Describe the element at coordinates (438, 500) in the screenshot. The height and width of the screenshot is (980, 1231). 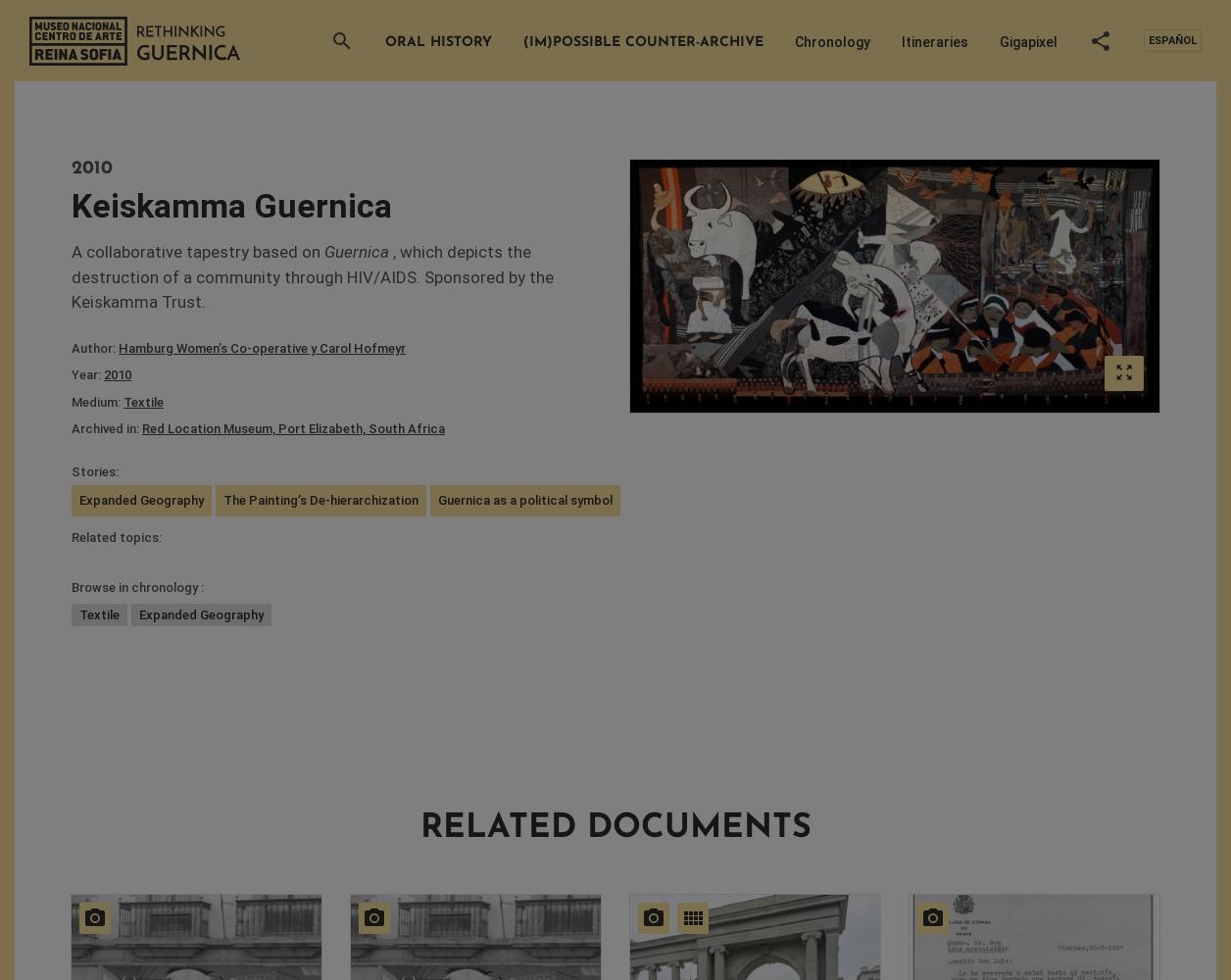
I see `'Guernica as a political symbol'` at that location.